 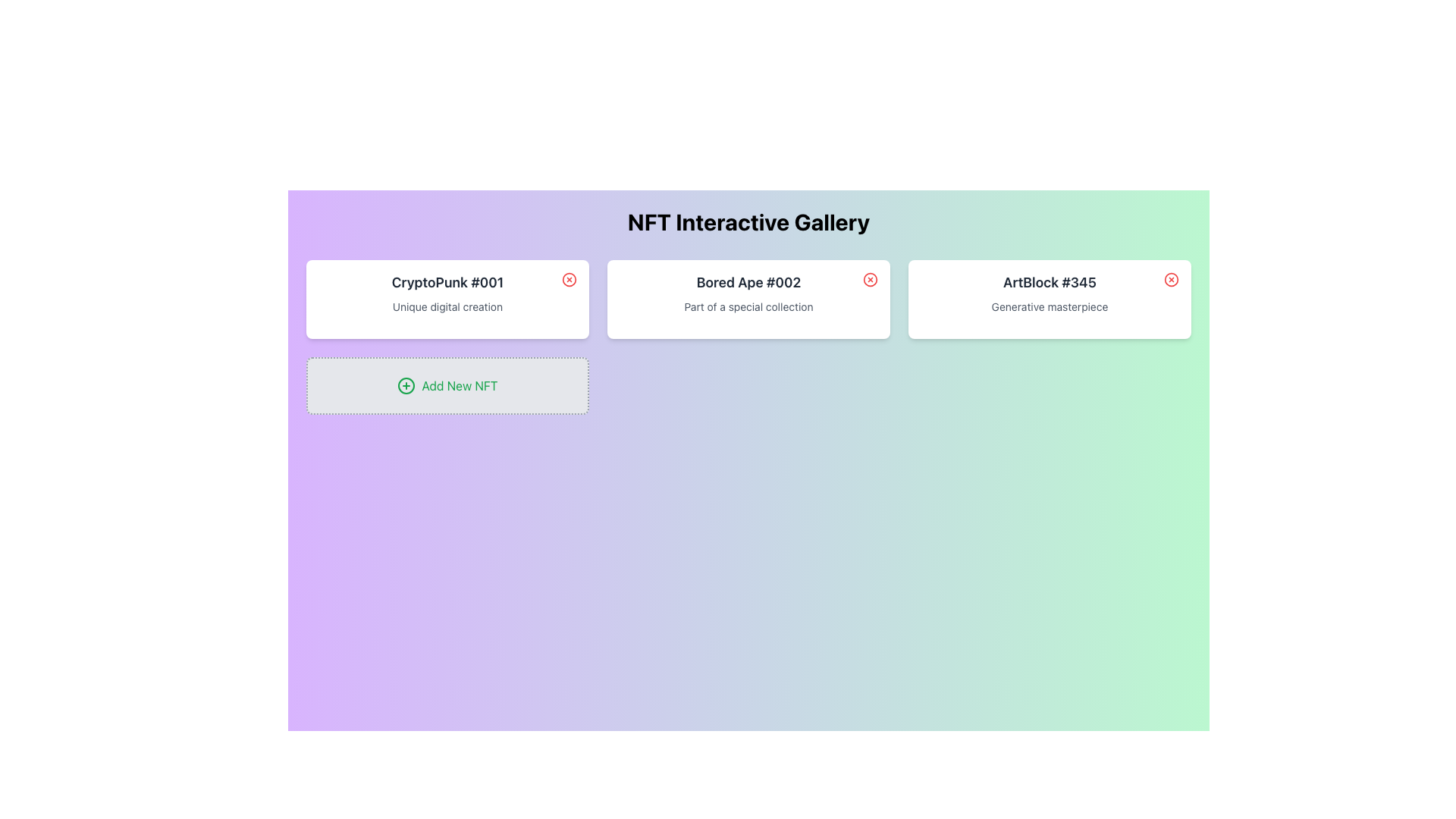 What do you see at coordinates (748, 283) in the screenshot?
I see `text from the label displaying 'Bored Ape #002', which is styled with a bold font and centered alignment, located in the second card of the row of items` at bounding box center [748, 283].